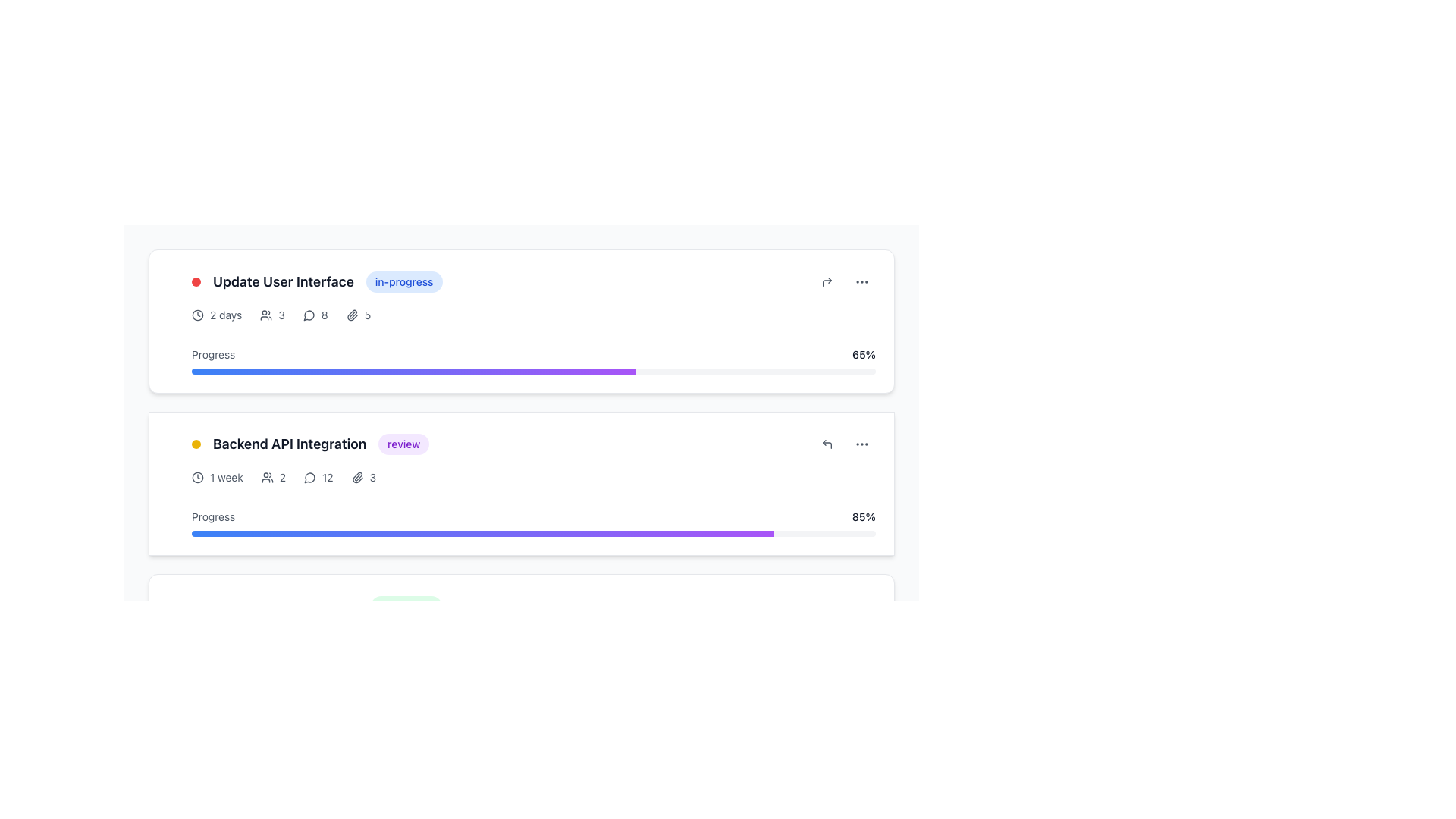 The image size is (1456, 819). I want to click on the circular graphic element representing the outer boundary of the clock design located in the bottom-left section of the interface, so click(196, 640).